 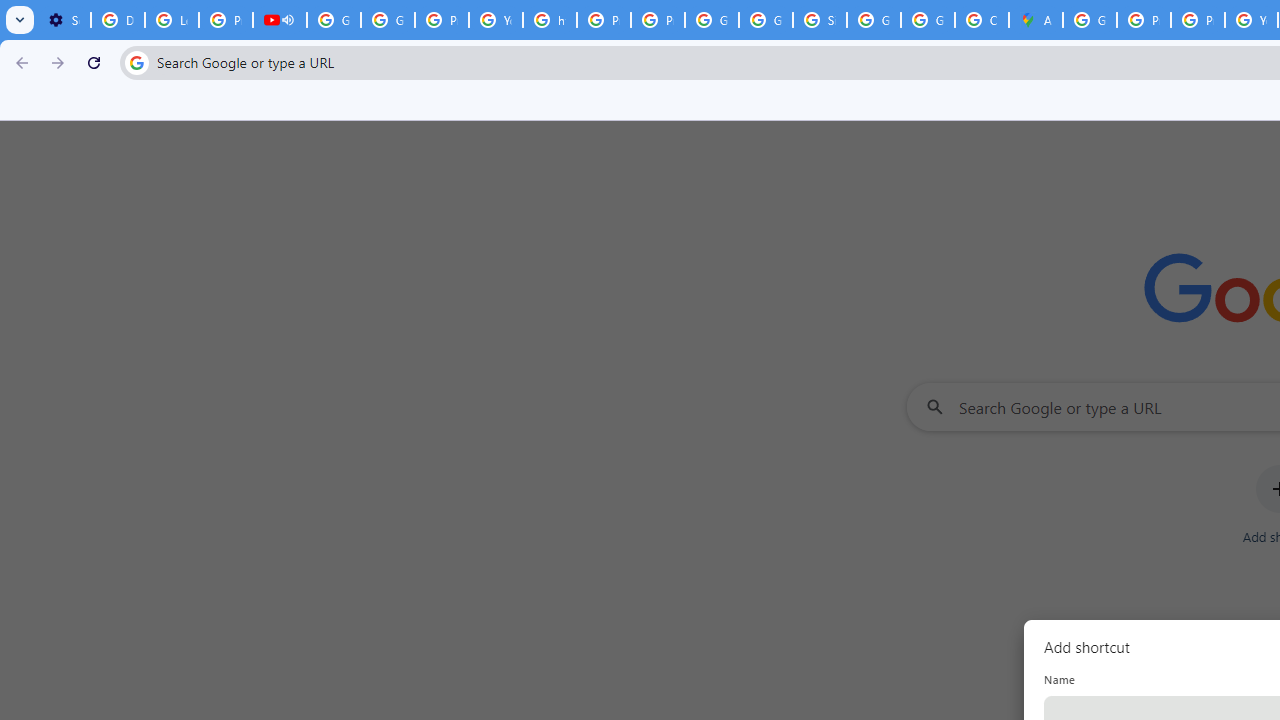 I want to click on 'Search icon', so click(x=135, y=61).